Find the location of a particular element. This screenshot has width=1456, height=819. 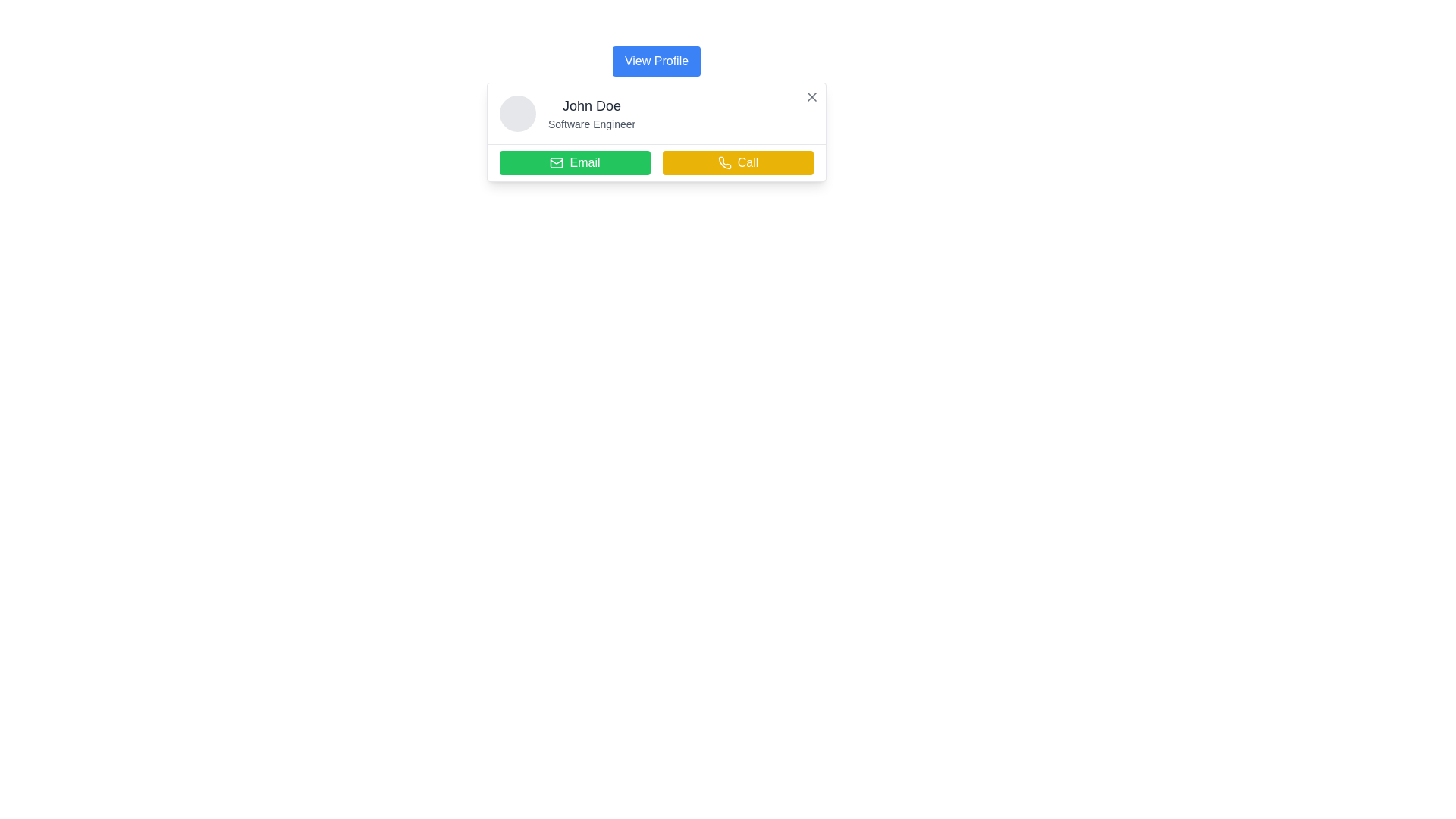

the circular placeholder or avatar image located at the top left corner of the row layout next to 'John Doe' and 'Software Engineer' is located at coordinates (517, 113).